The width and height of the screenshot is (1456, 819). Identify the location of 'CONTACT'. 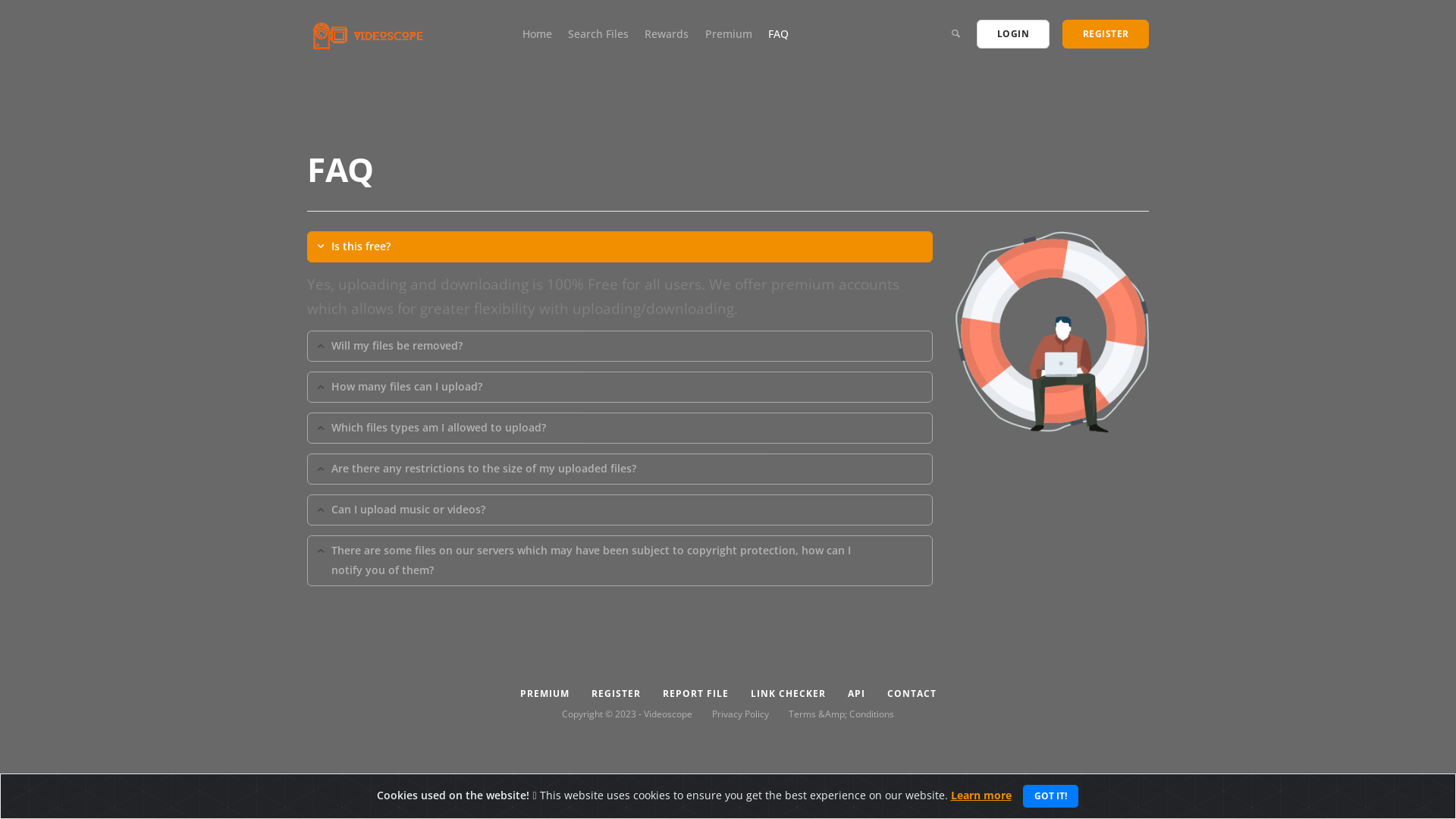
(910, 693).